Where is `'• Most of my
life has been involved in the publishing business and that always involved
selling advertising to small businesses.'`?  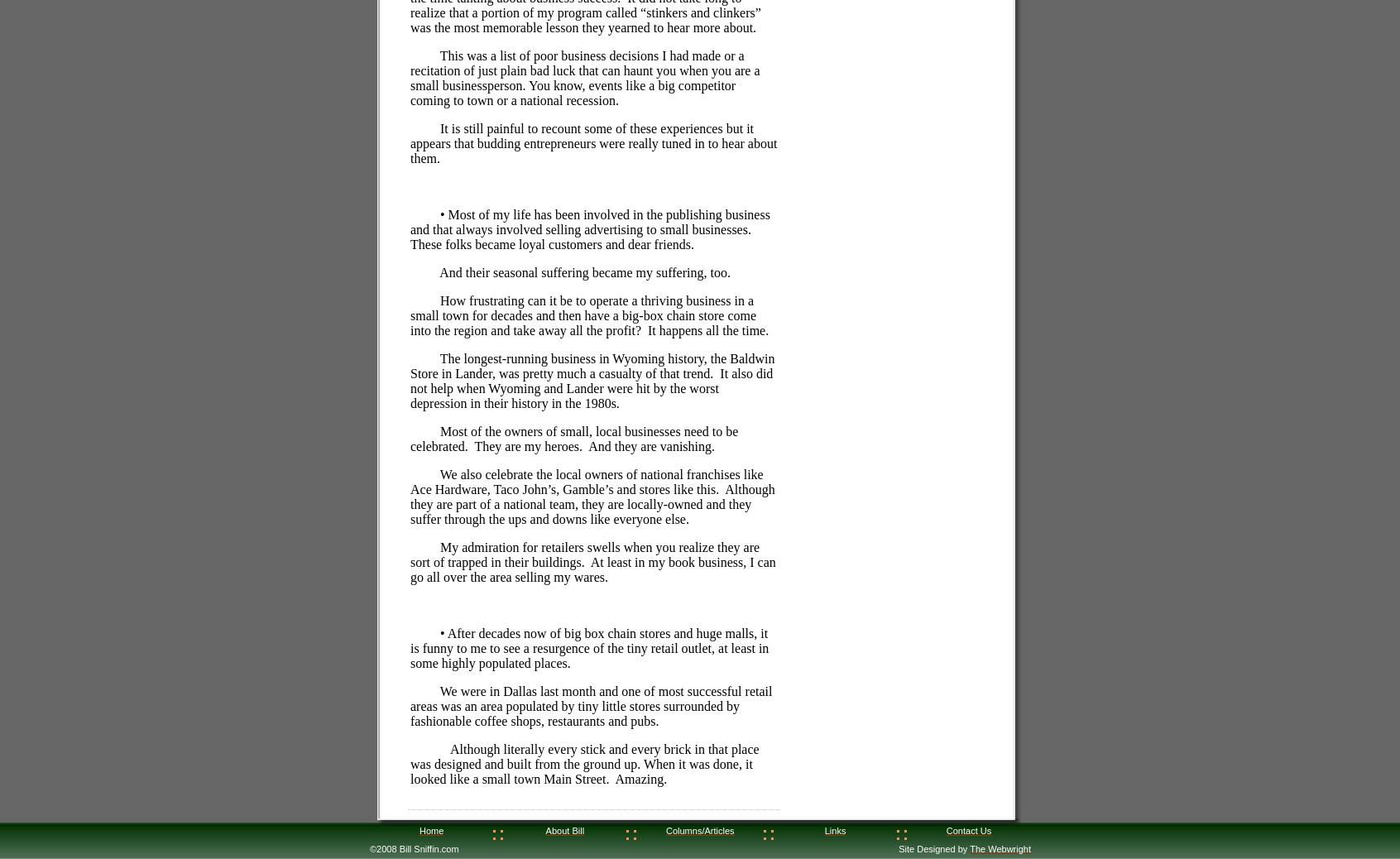
'• Most of my
life has been involved in the publishing business and that always involved
selling advertising to small businesses.' is located at coordinates (589, 221).